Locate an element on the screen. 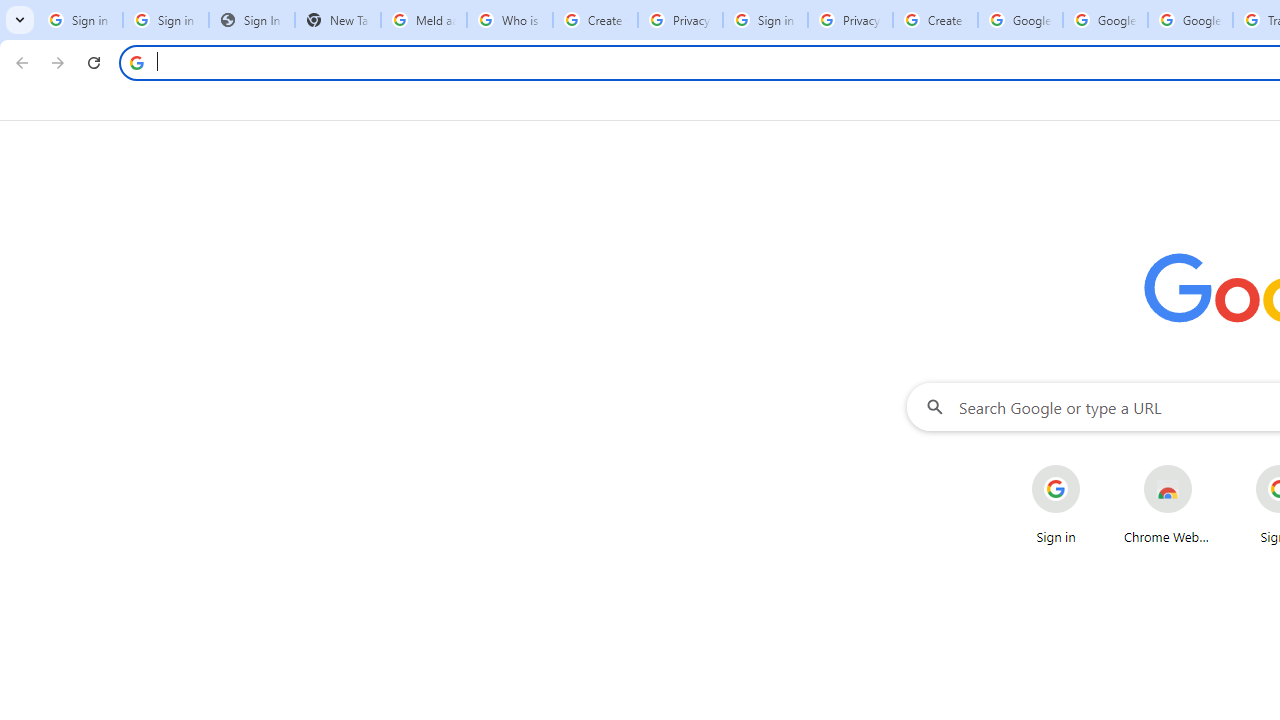  'More actions for Sign in shortcut' is located at coordinates (1094, 466).